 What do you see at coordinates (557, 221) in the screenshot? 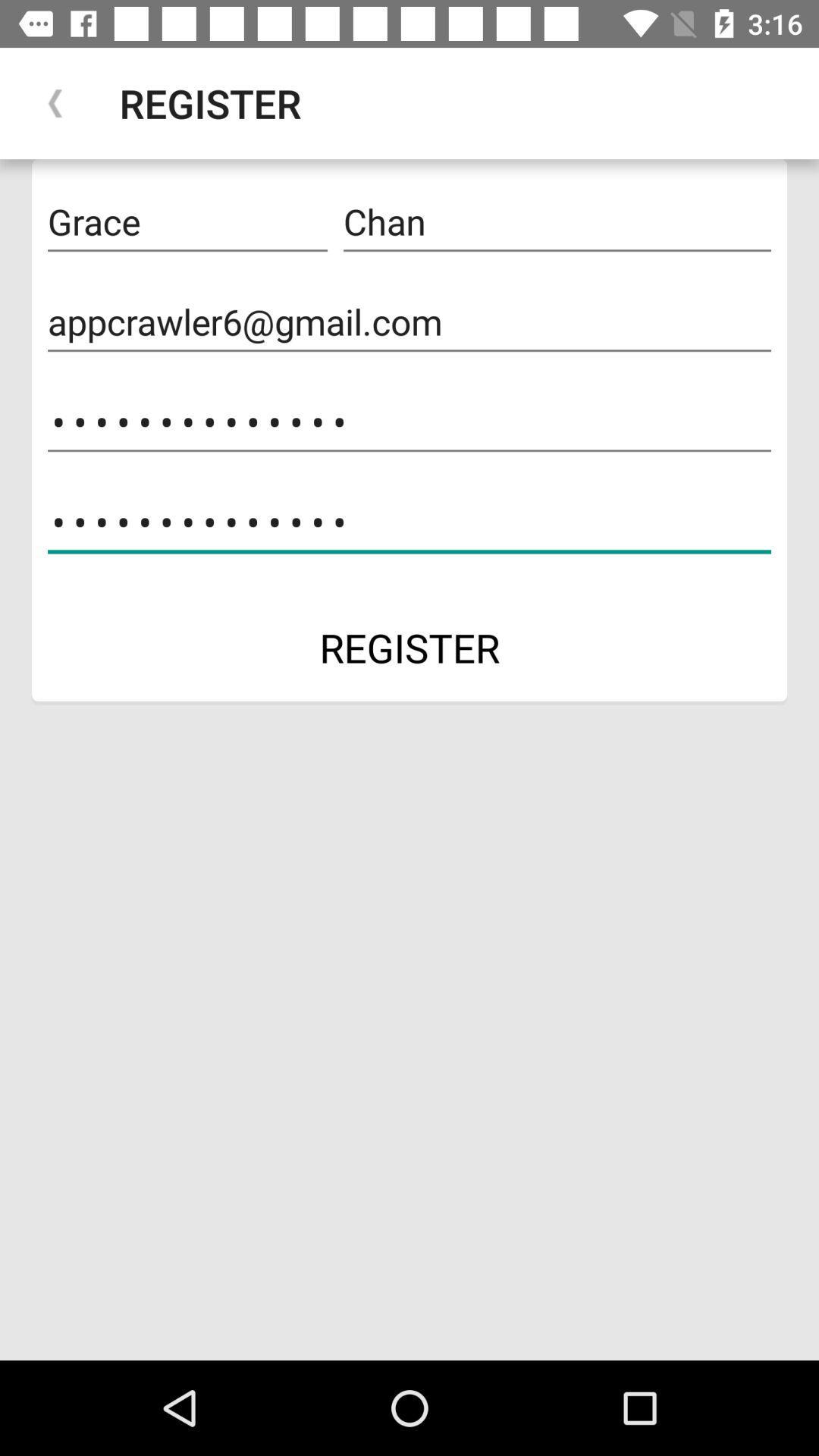
I see `item to the right of grace icon` at bounding box center [557, 221].